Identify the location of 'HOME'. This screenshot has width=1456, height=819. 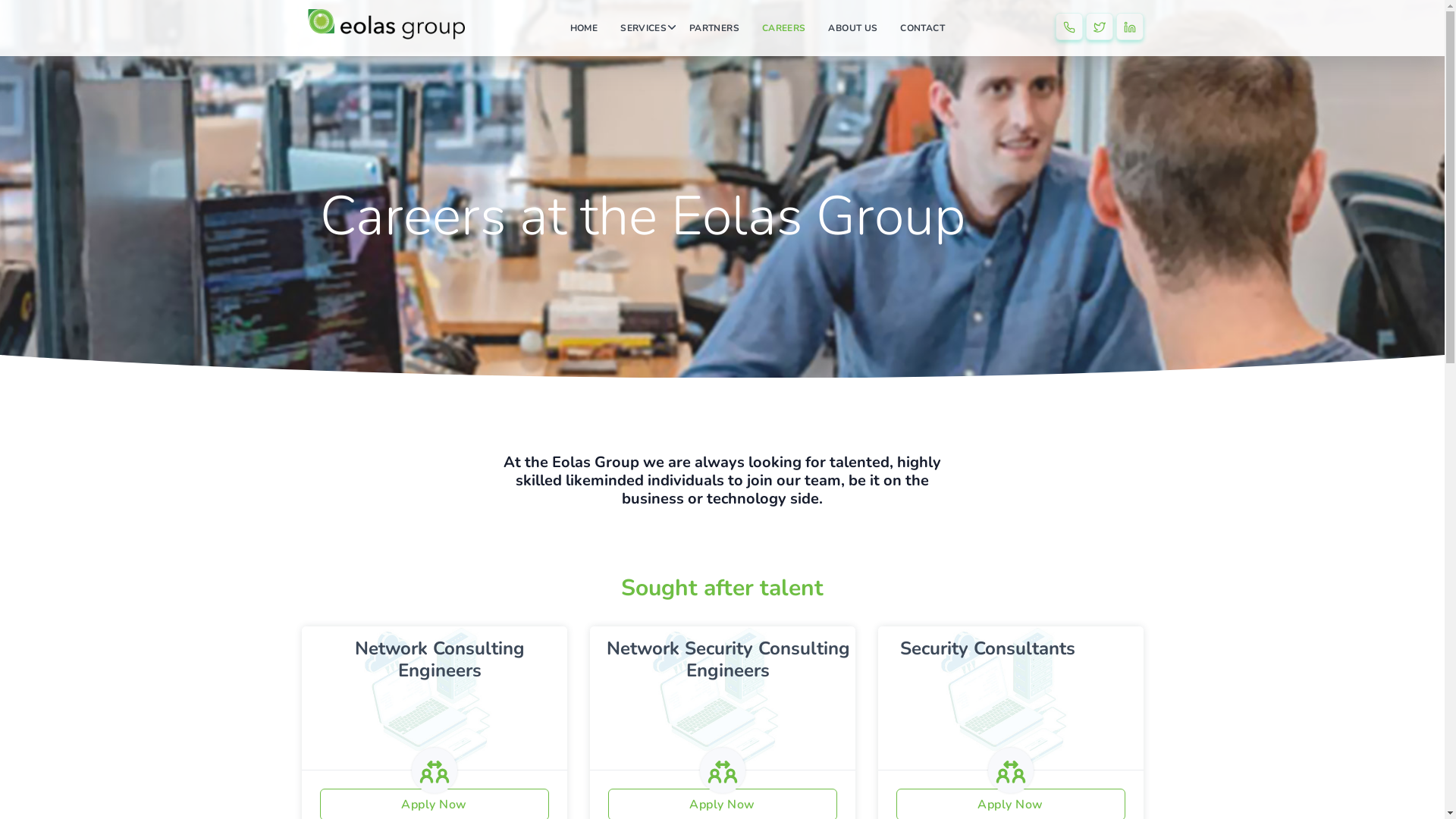
(582, 28).